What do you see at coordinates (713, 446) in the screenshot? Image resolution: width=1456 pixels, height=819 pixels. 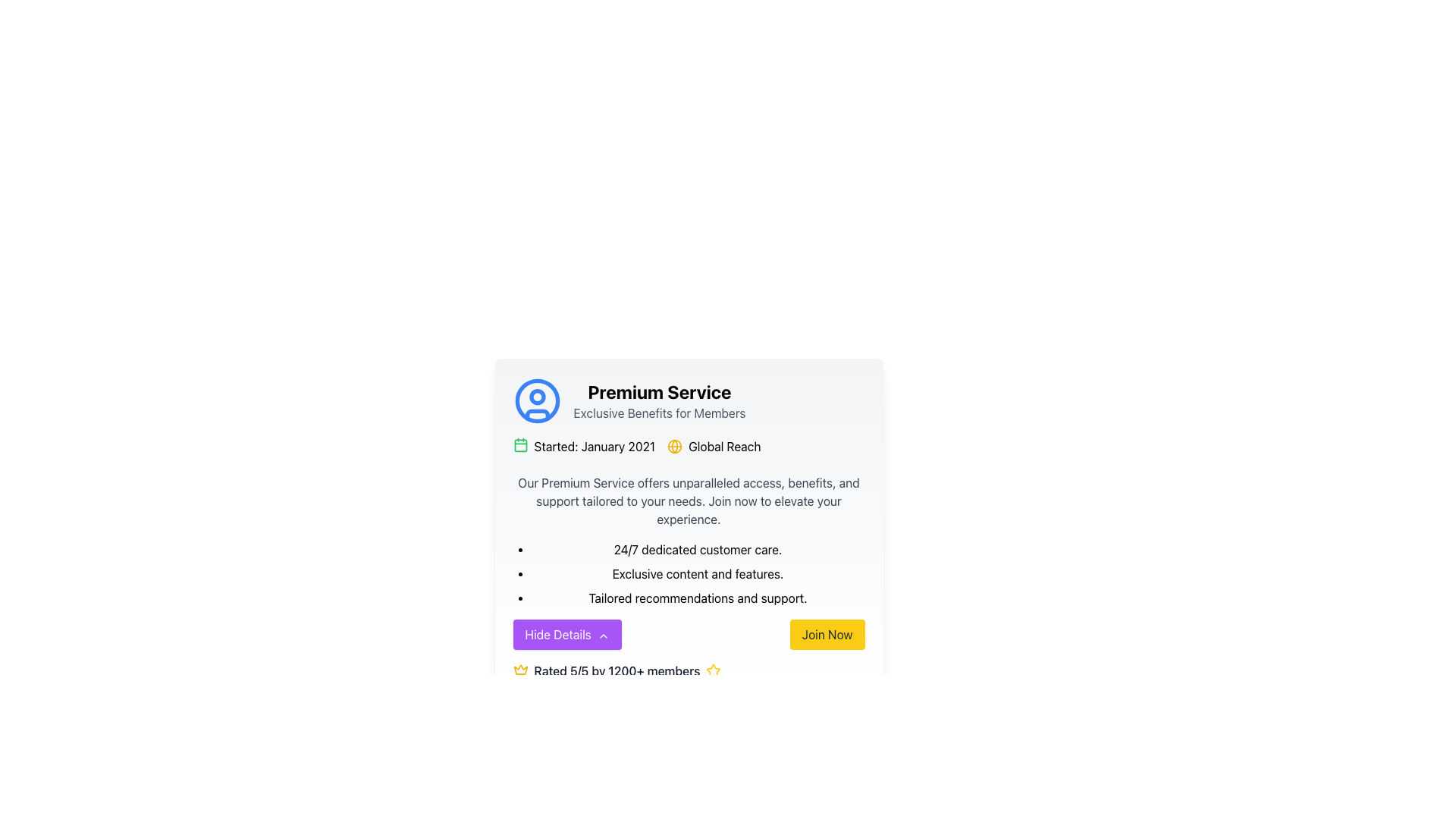 I see `the 'Global Reach' text label and globe icon` at bounding box center [713, 446].